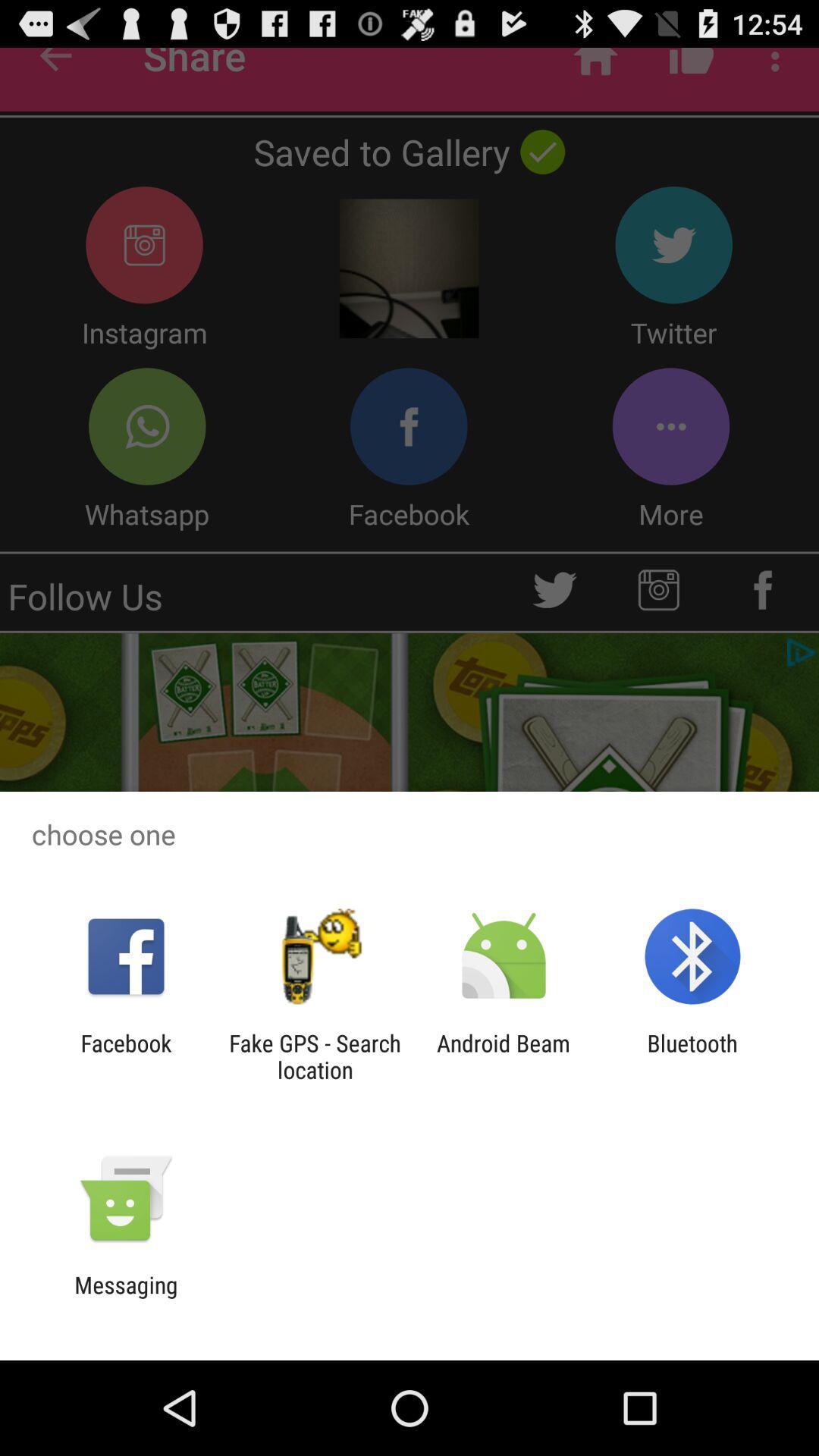 The width and height of the screenshot is (819, 1456). I want to click on the item to the right of the facebook icon, so click(314, 1056).